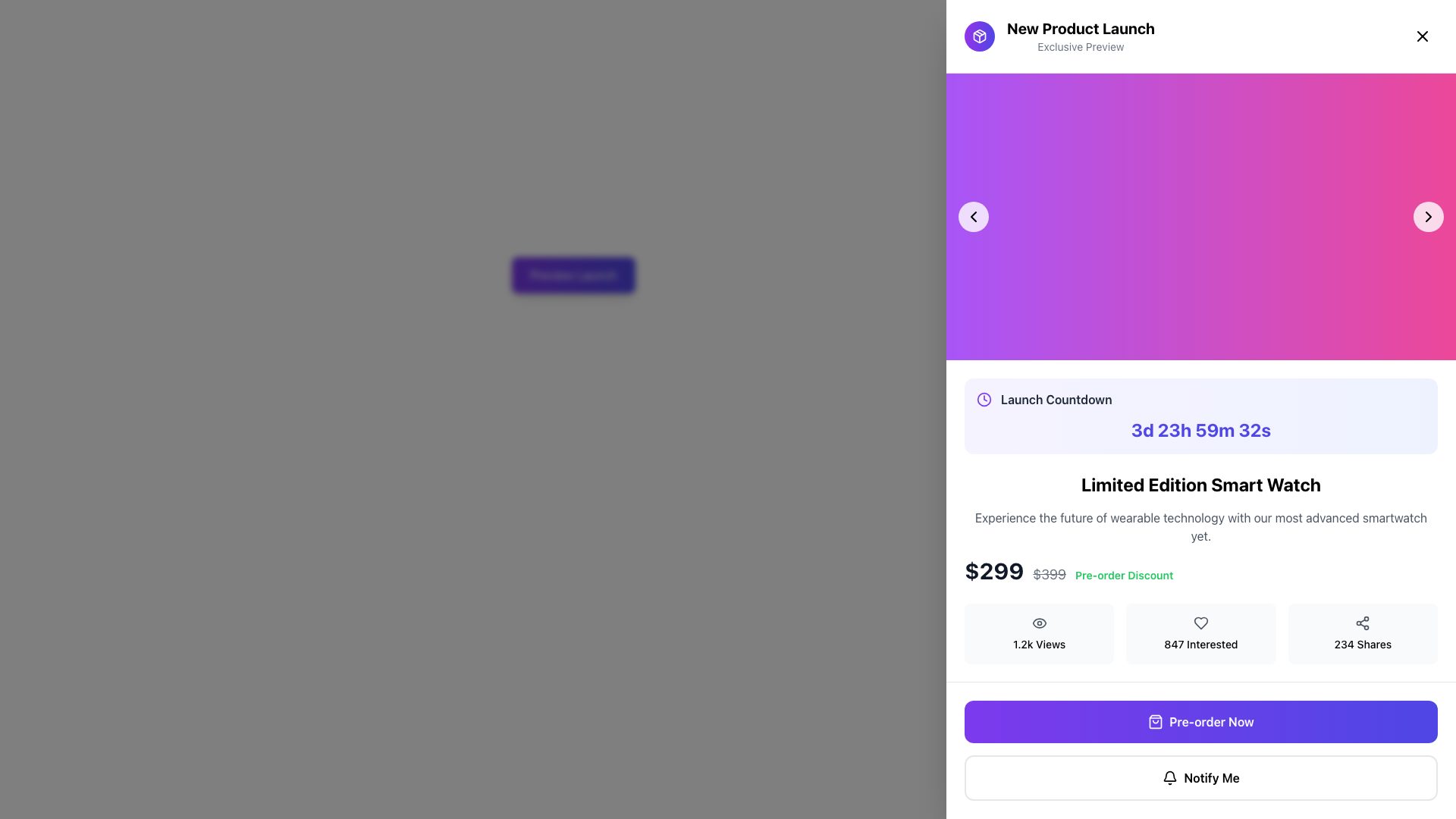  What do you see at coordinates (1080, 45) in the screenshot?
I see `text label positioned immediately below the 'New Product Launch' title in the top-right region of the interface` at bounding box center [1080, 45].